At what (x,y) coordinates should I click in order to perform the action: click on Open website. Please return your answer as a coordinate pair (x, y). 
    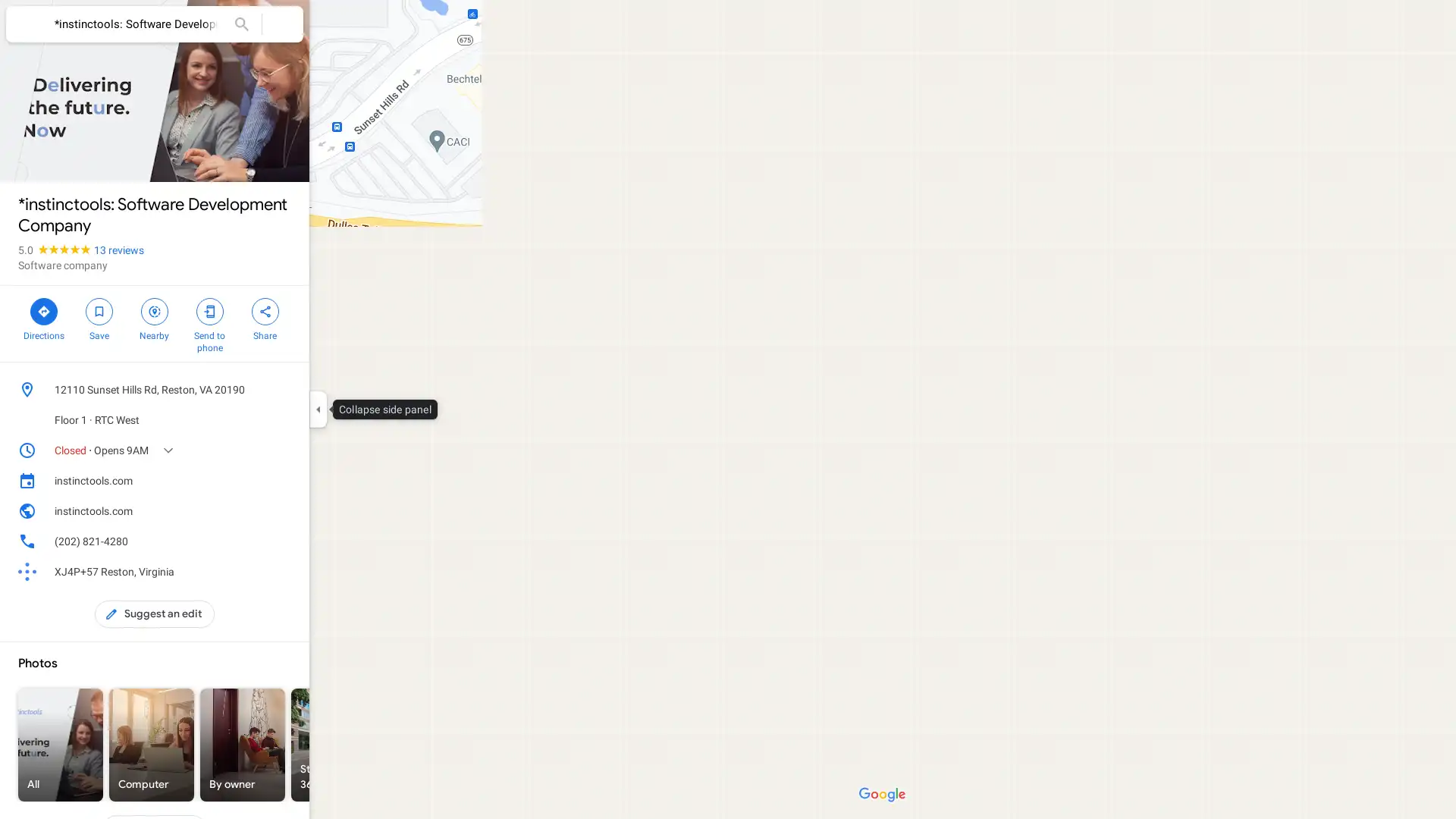
    Looking at the image, I should click on (261, 511).